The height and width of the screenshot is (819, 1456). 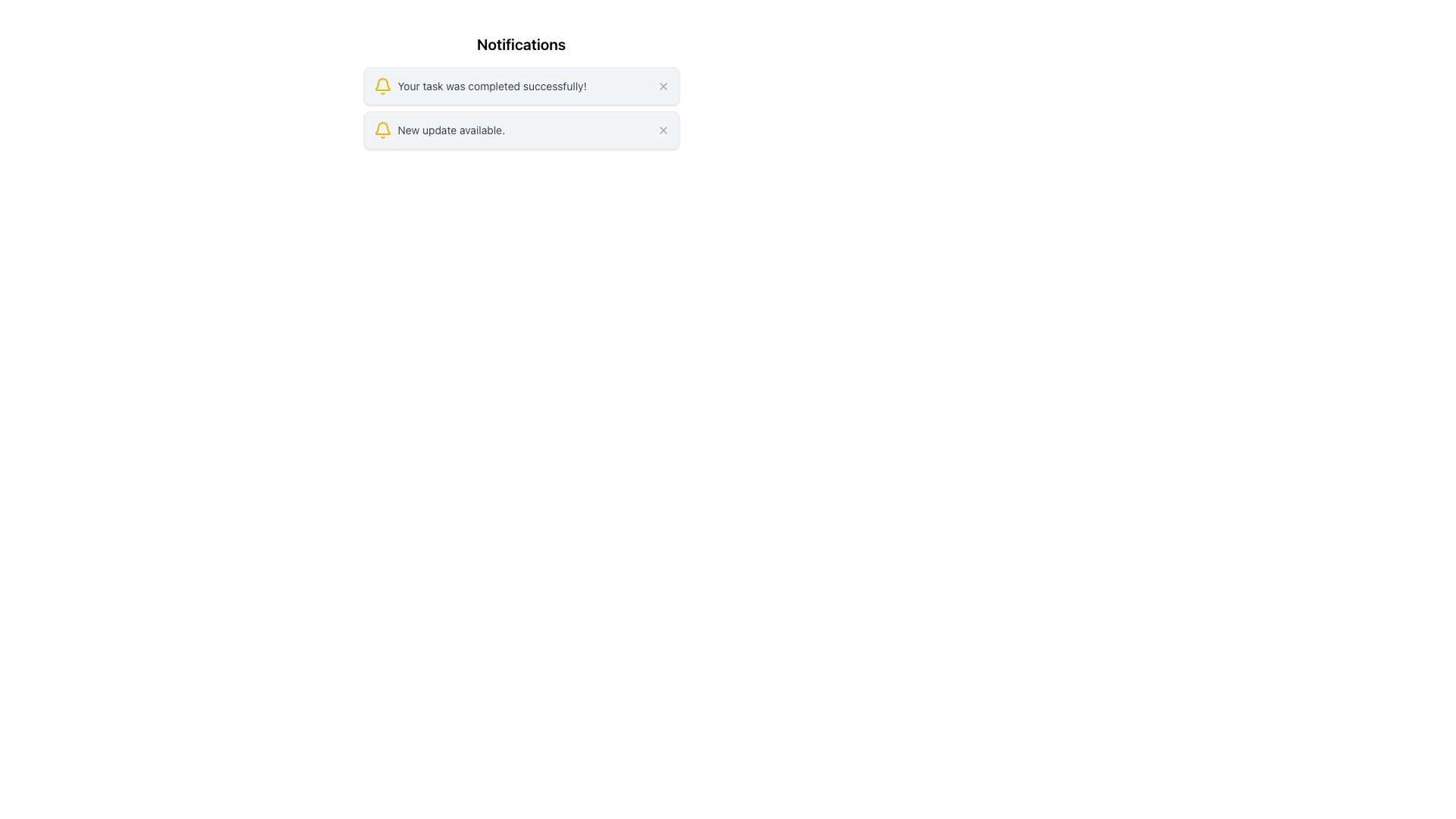 I want to click on the close button located in the top-right corner of the notification message box that contains the text 'Your task was completed successfully!' to change its color, so click(x=663, y=86).